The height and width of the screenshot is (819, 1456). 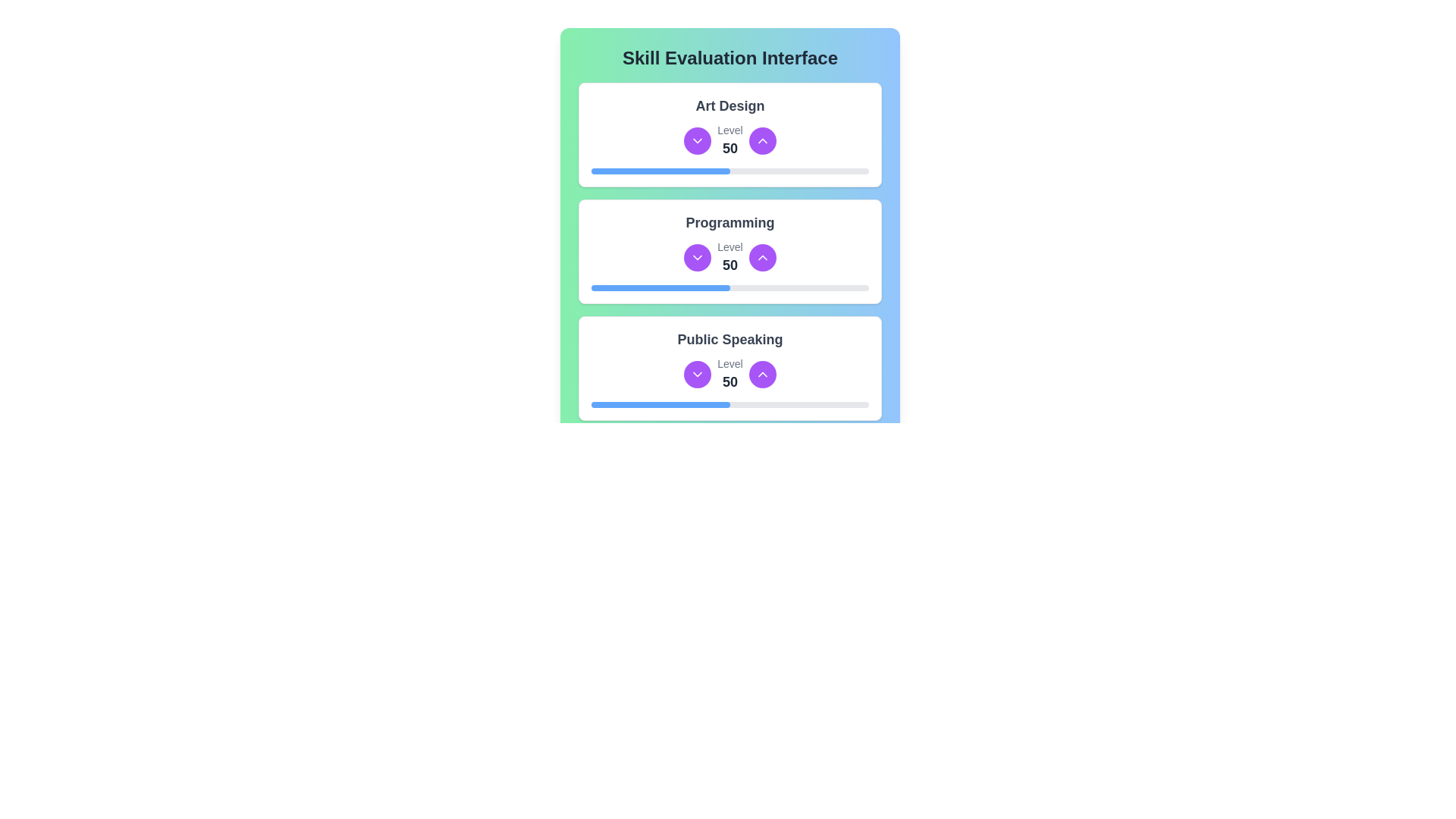 What do you see at coordinates (697, 140) in the screenshot?
I see `the button located to the left of the 'Level 50' text in the 'Art Design' section to decrease the level value` at bounding box center [697, 140].